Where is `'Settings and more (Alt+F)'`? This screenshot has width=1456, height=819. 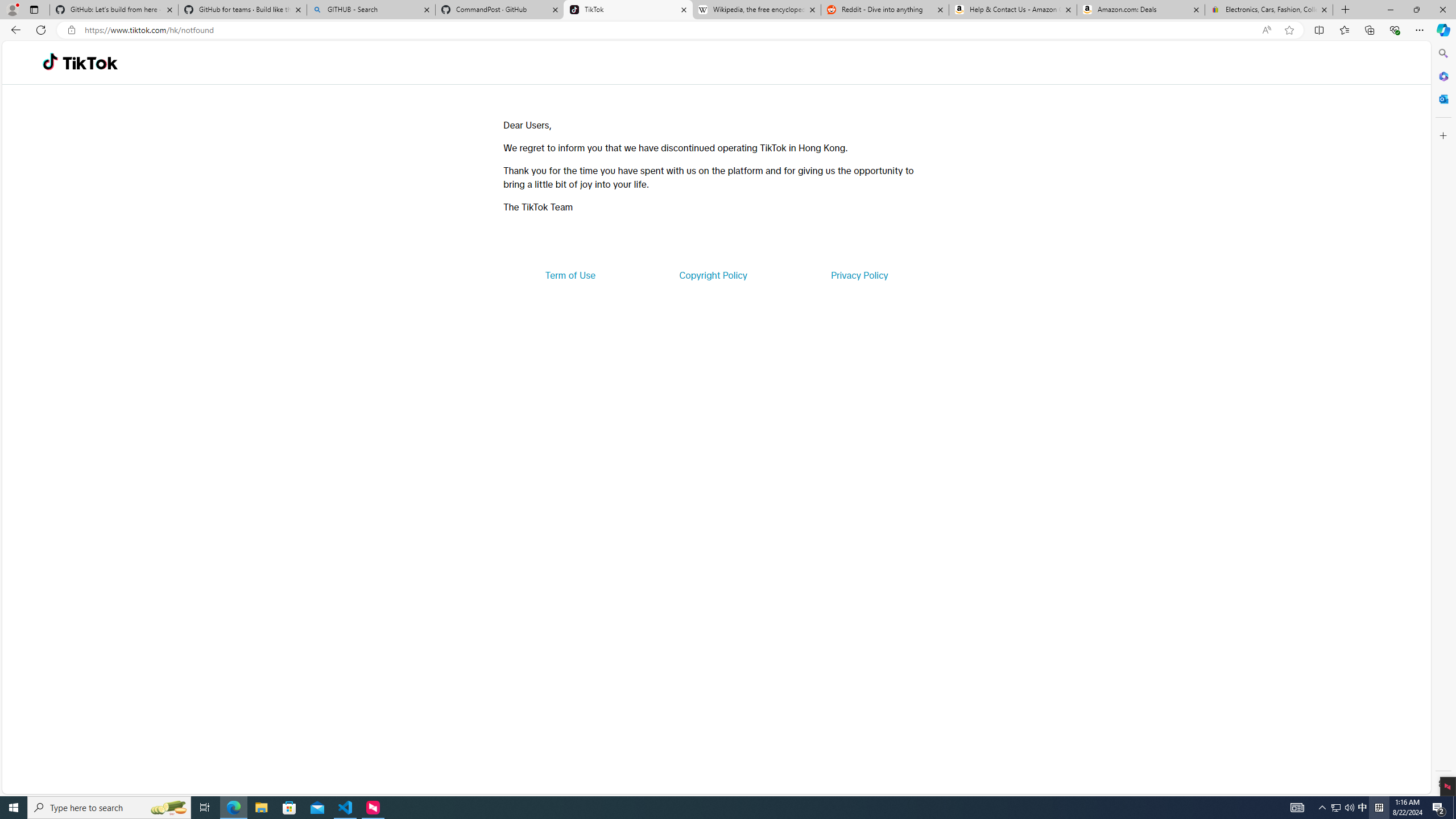 'Settings and more (Alt+F)' is located at coordinates (1419, 29).